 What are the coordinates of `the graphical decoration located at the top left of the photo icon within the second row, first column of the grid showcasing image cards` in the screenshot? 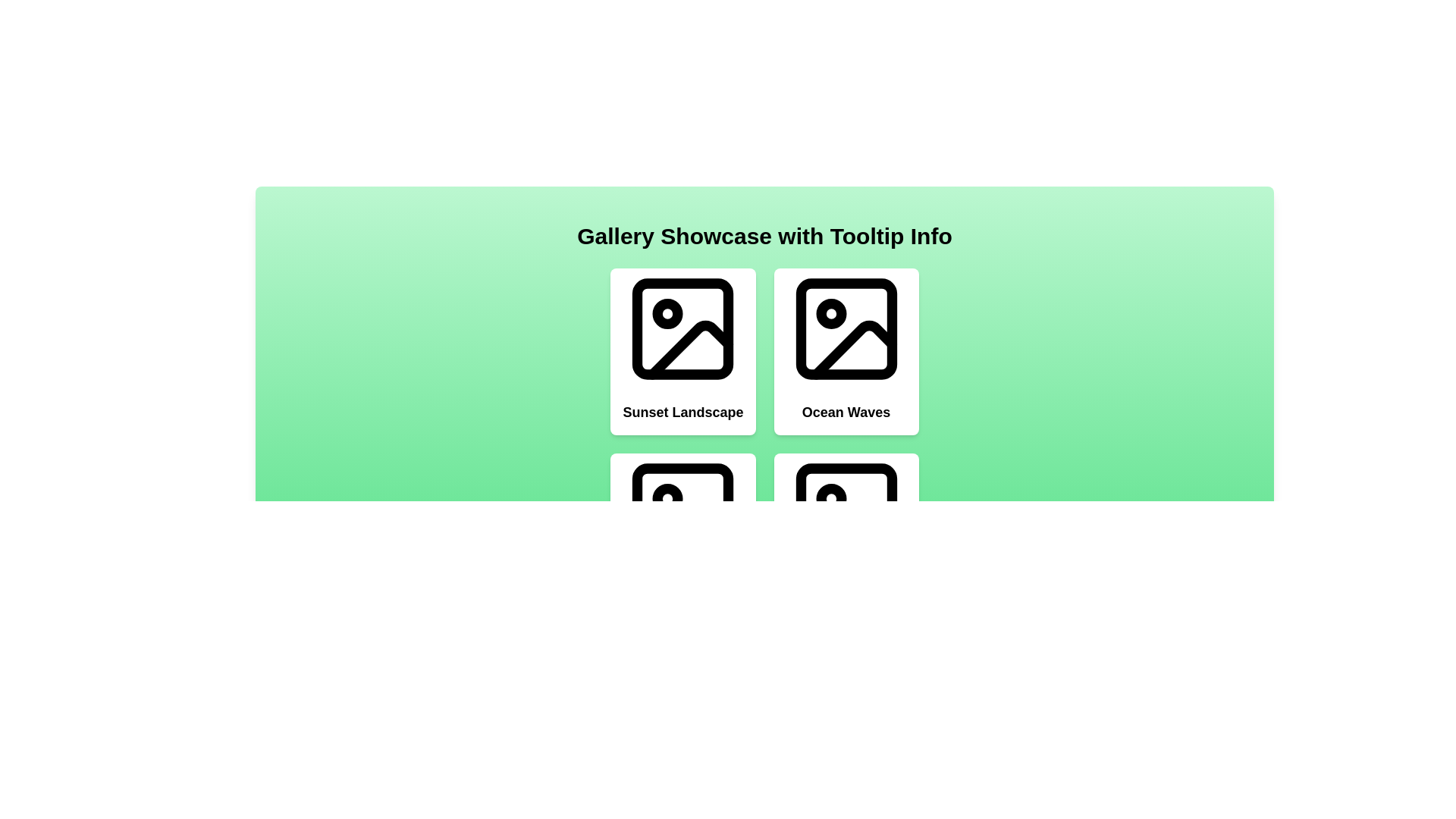 It's located at (667, 499).